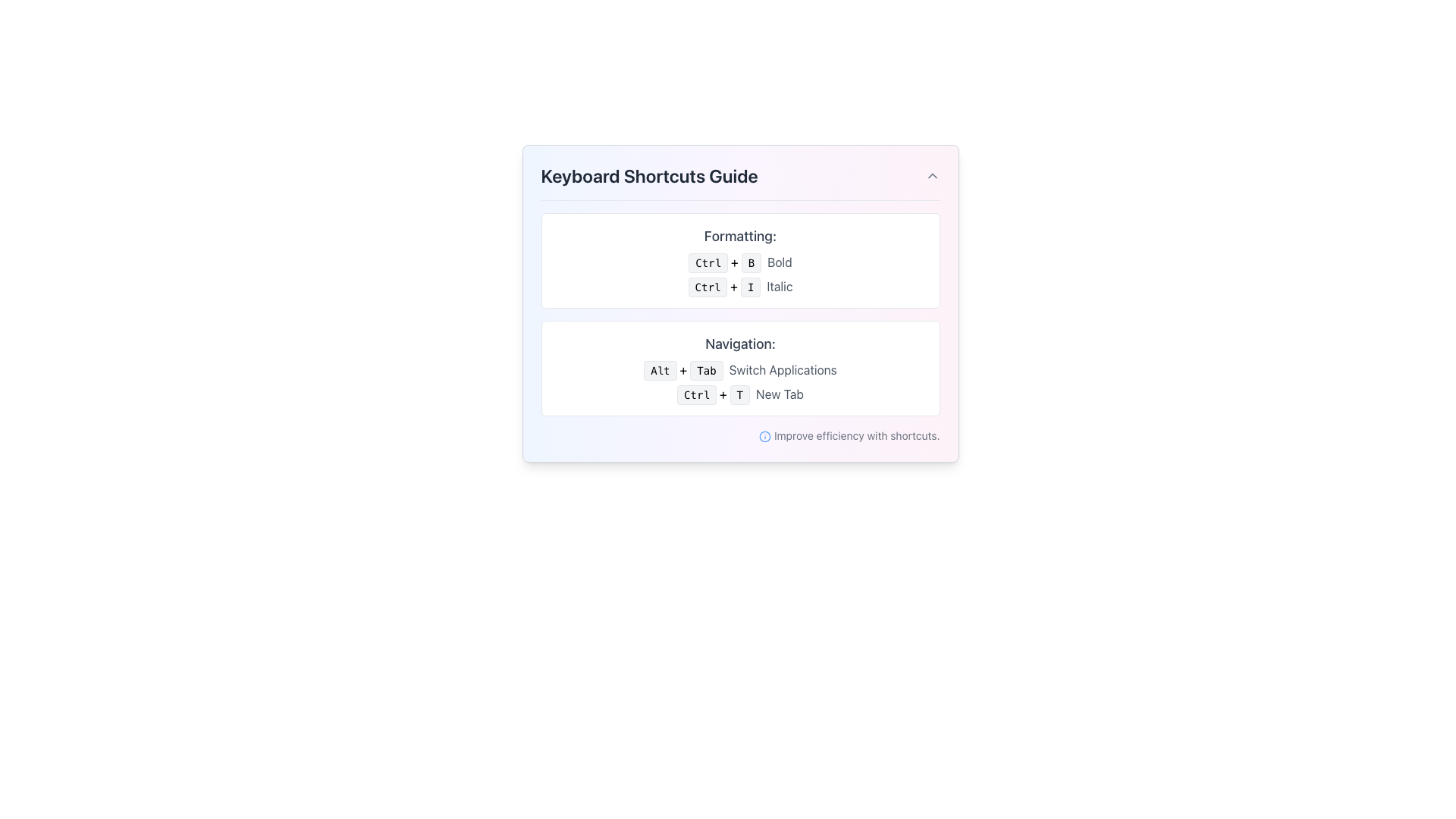 The image size is (1456, 819). What do you see at coordinates (751, 262) in the screenshot?
I see `the button-like representation for the keyboard key displaying the letter 'B', which is part of the keyboard shortcut guide in the Formatting category` at bounding box center [751, 262].